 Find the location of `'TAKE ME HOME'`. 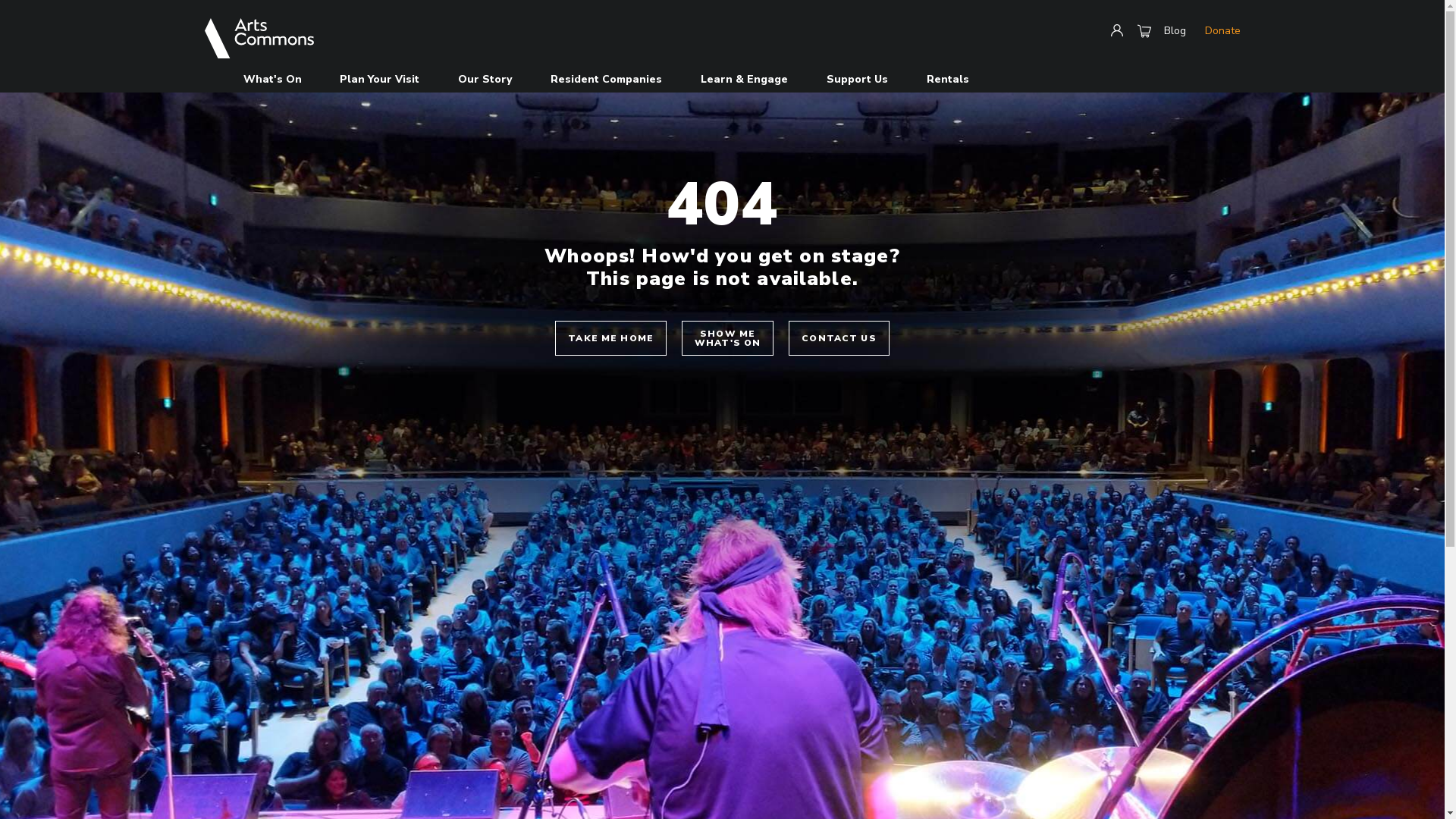

'TAKE ME HOME' is located at coordinates (610, 337).